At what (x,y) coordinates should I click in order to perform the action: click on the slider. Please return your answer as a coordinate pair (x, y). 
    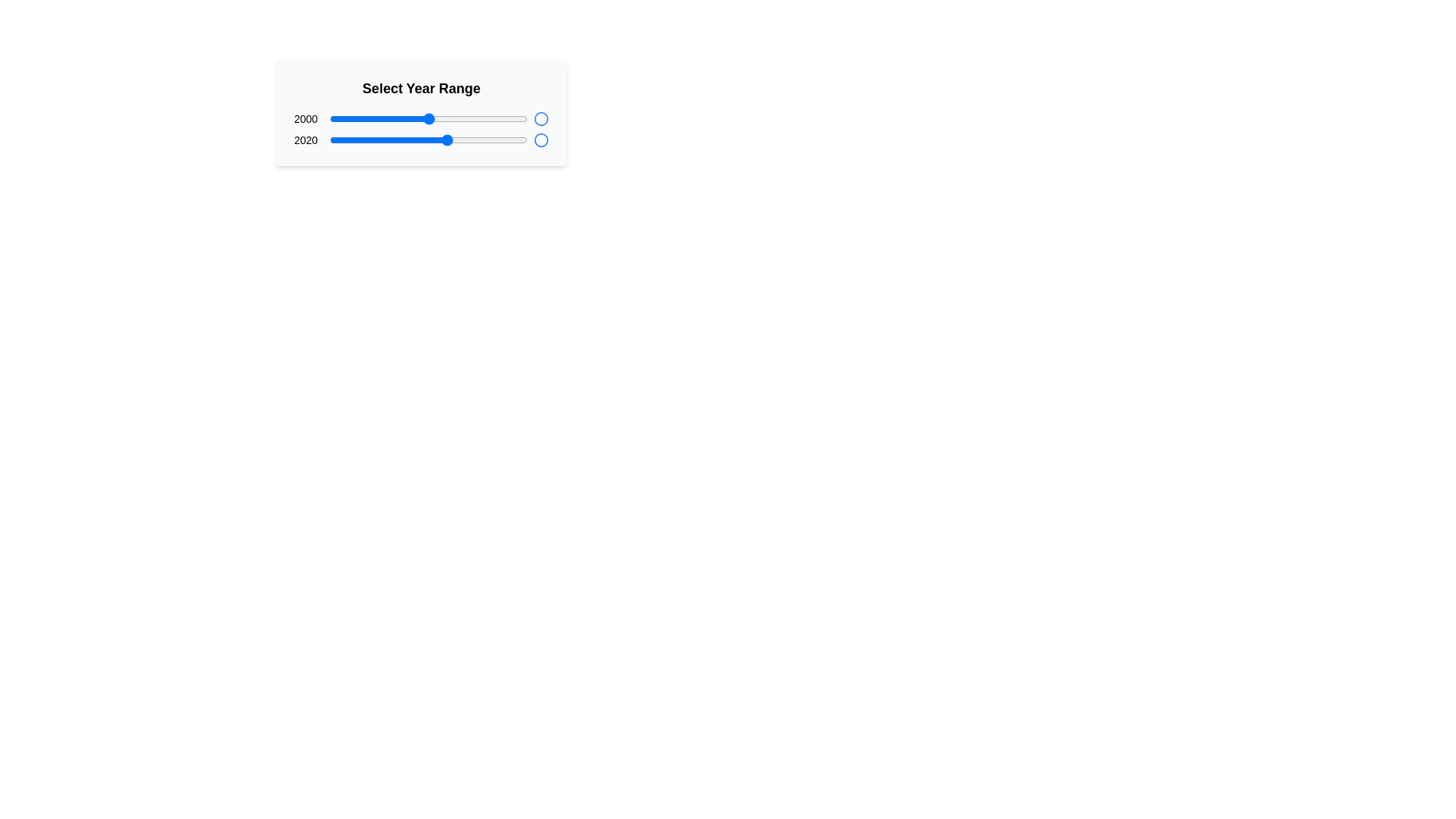
    Looking at the image, I should click on (340, 118).